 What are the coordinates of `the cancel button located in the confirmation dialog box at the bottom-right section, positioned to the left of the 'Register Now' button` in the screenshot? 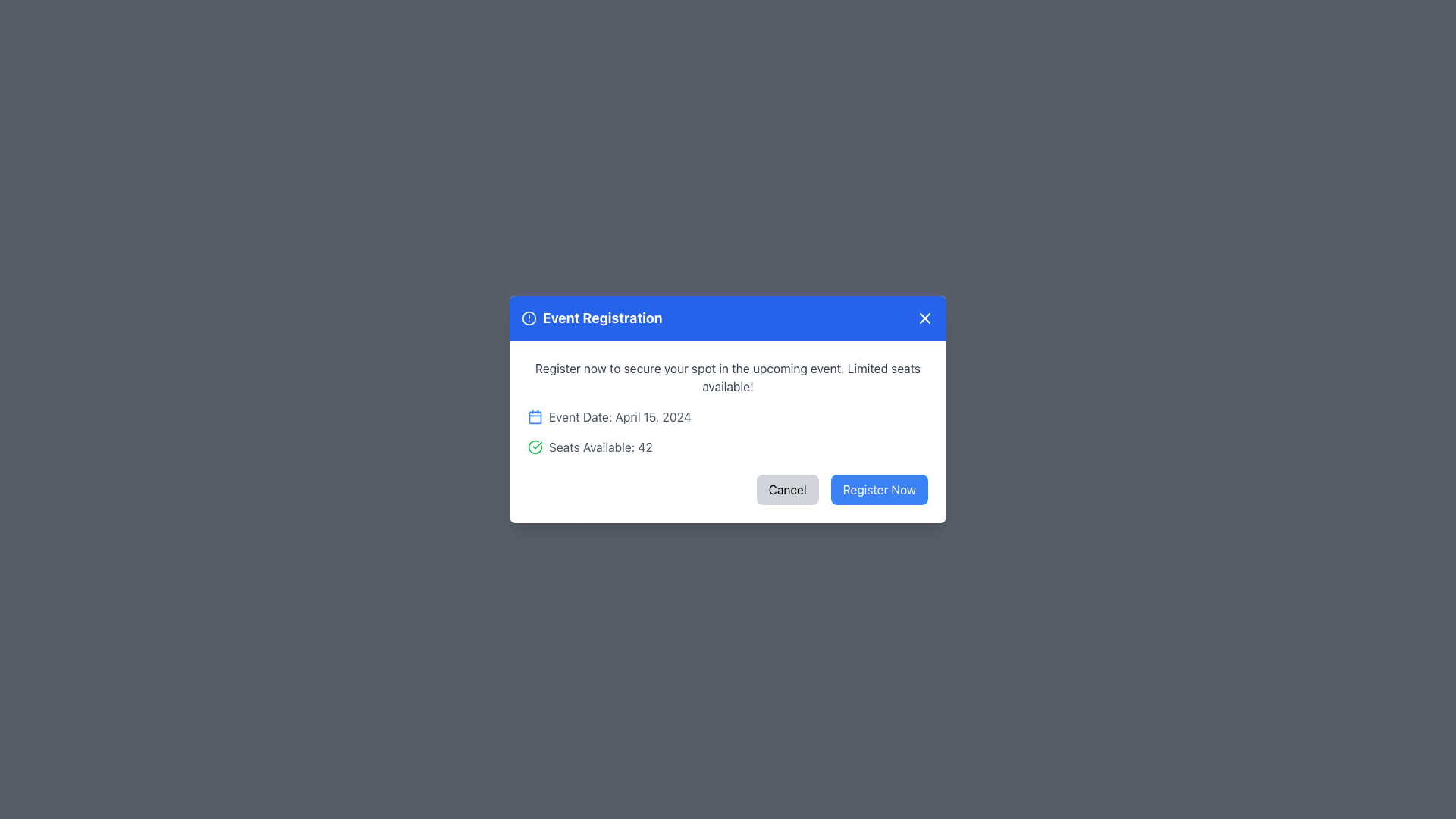 It's located at (787, 489).